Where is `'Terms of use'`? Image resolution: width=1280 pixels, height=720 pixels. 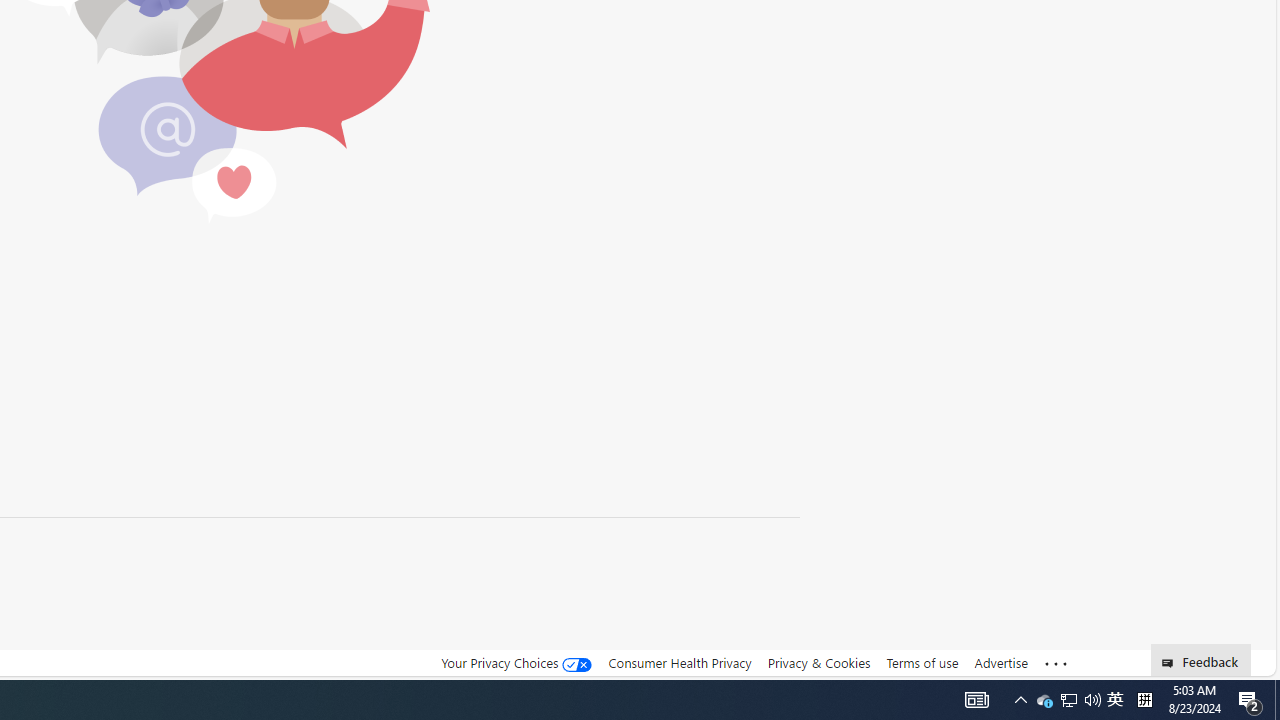
'Terms of use' is located at coordinates (921, 663).